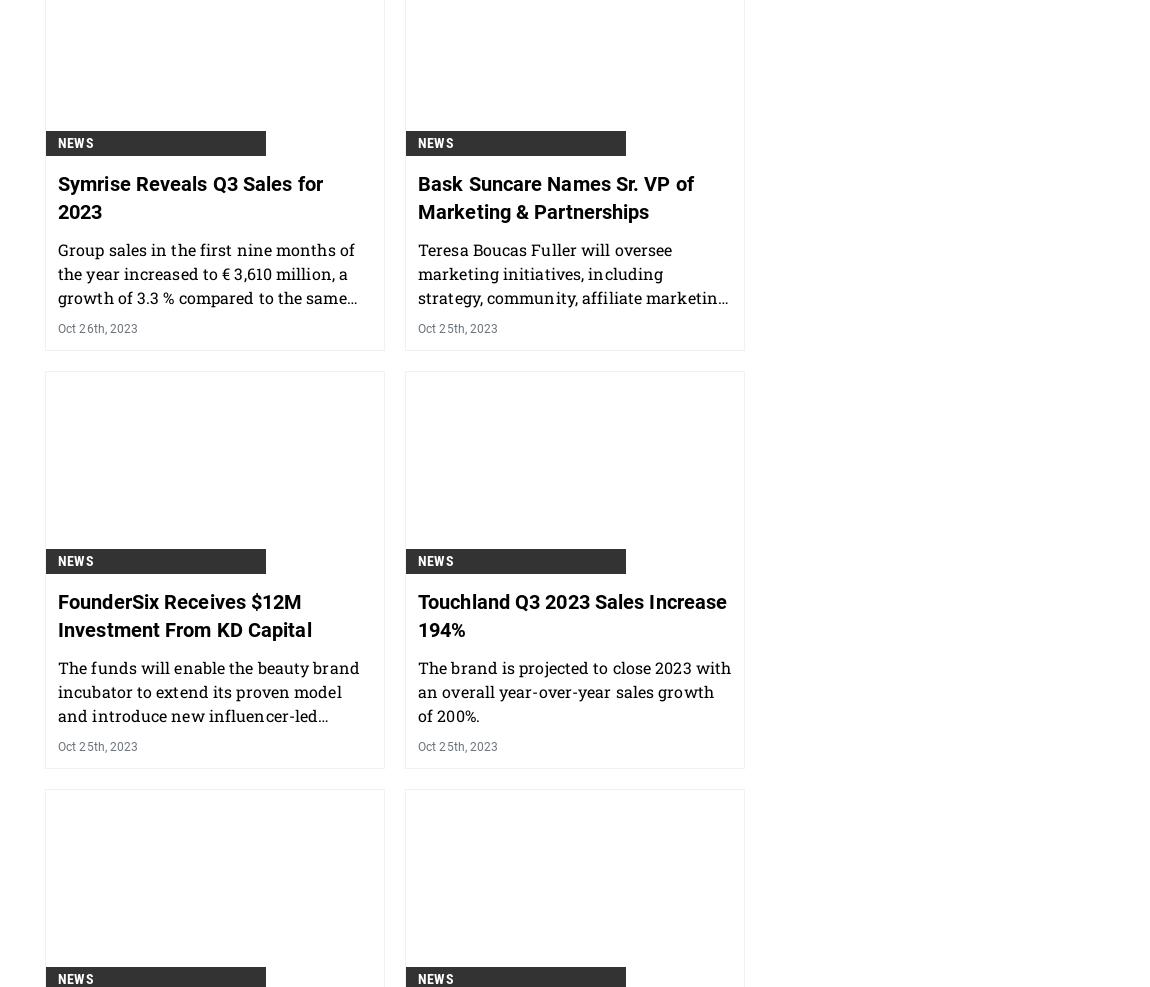  What do you see at coordinates (573, 401) in the screenshot?
I see `'Teresa Boucas Fuller will oversee marketing initiatives, including strategy, community, affiliate marketing, strategic partnerships and channel expansion.'` at bounding box center [573, 401].